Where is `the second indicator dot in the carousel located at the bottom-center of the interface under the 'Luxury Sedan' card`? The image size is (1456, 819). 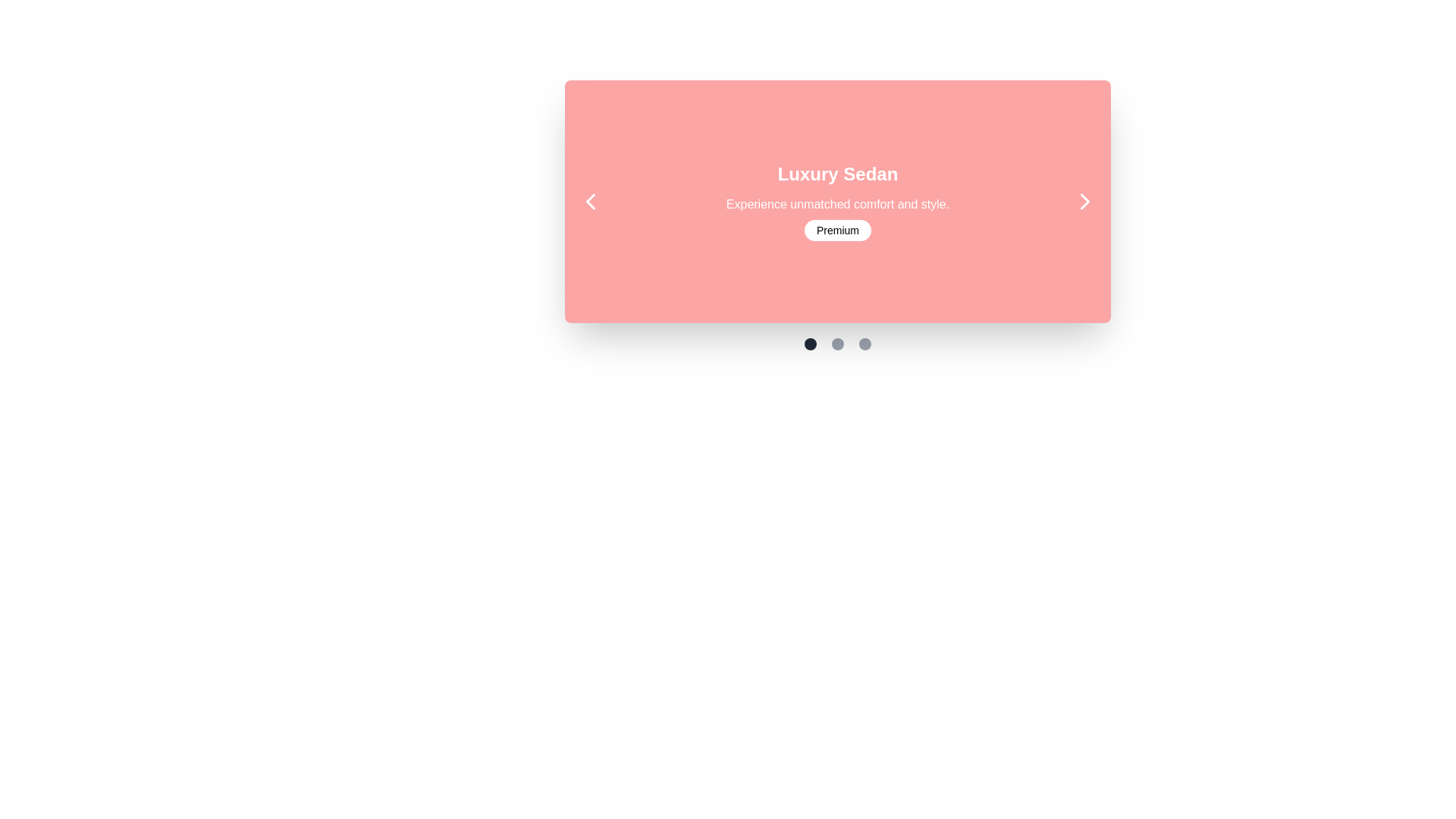
the second indicator dot in the carousel located at the bottom-center of the interface under the 'Luxury Sedan' card is located at coordinates (836, 344).